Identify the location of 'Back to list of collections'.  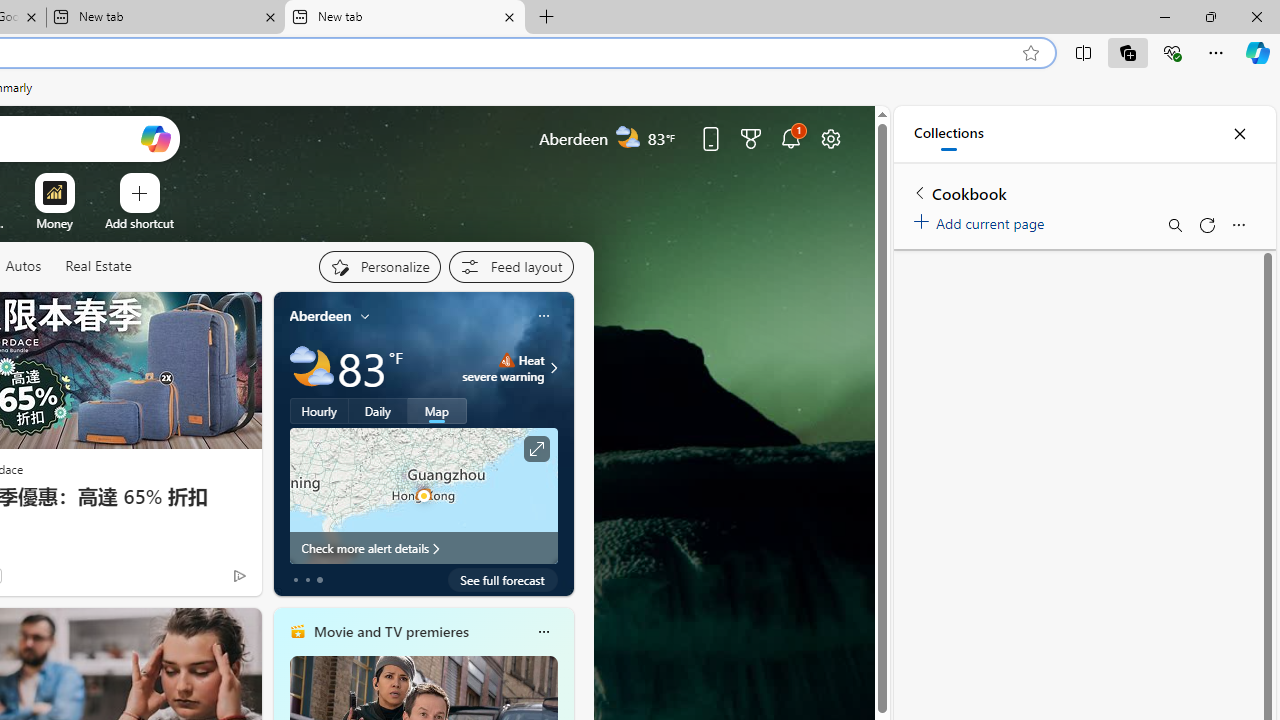
(919, 192).